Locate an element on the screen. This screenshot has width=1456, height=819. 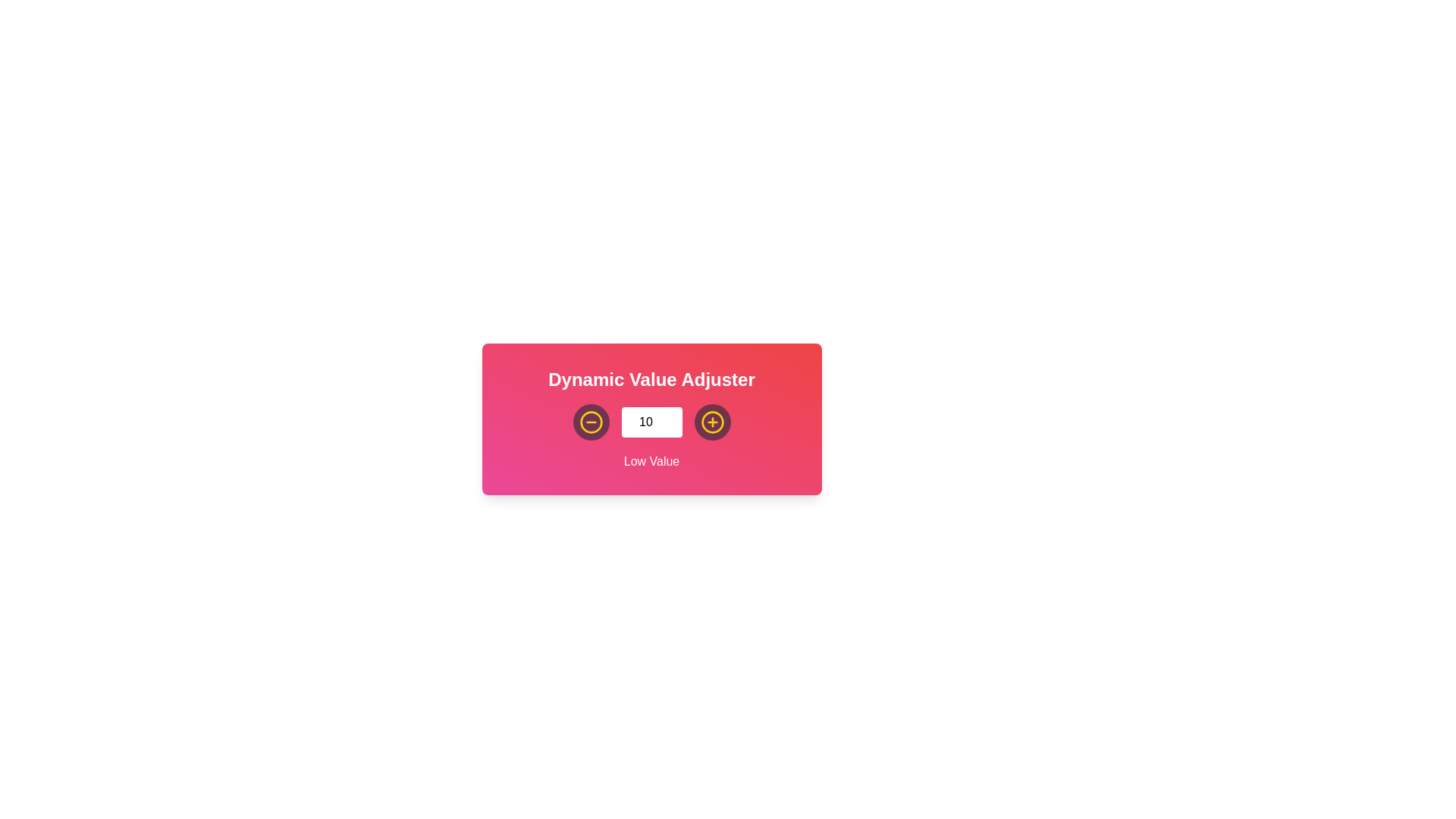
the numerical input field labeled 'Dynamic Value Adjuster' is located at coordinates (651, 422).